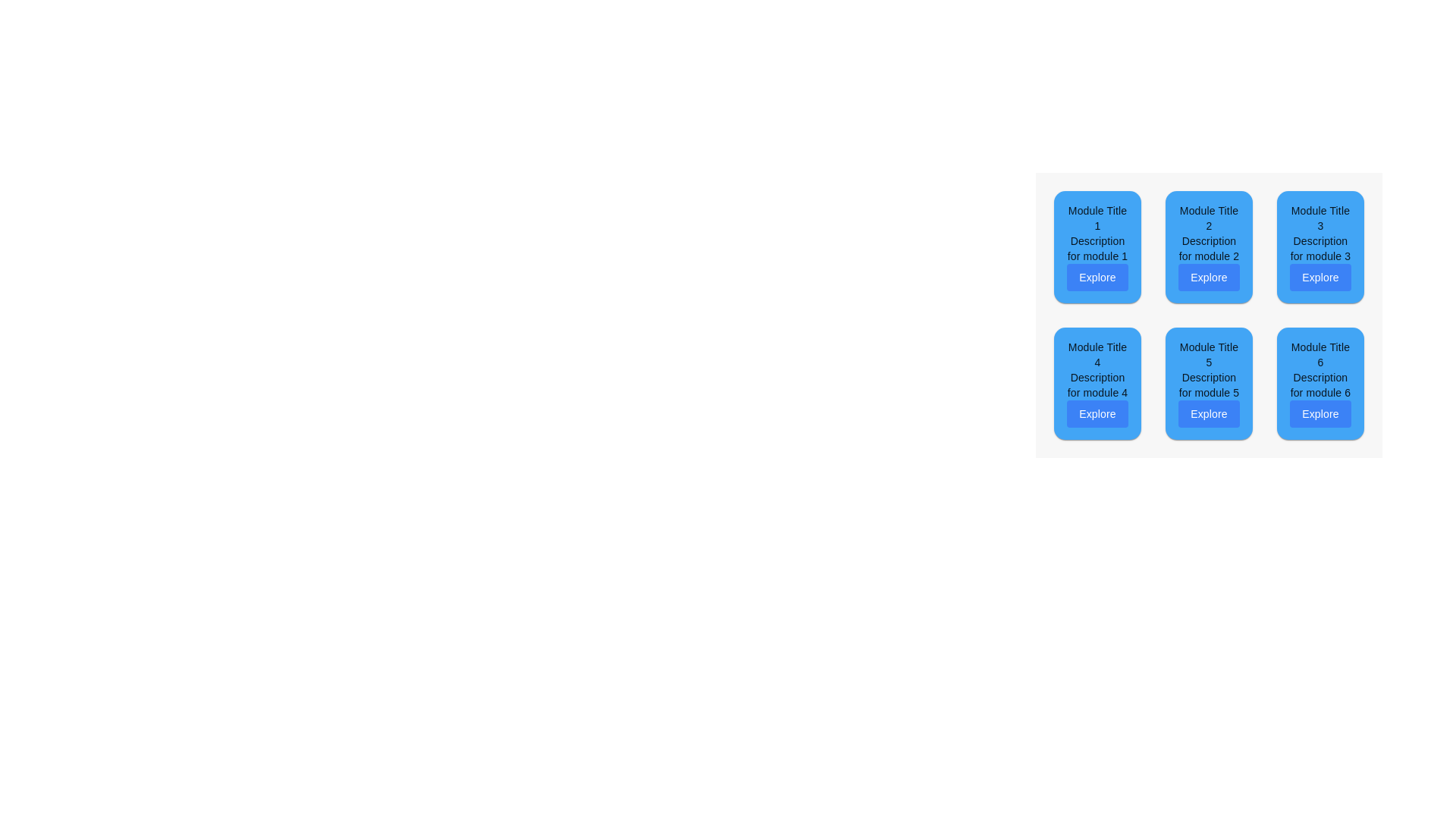  I want to click on the text providing a description of 'Module 5' located in the card titled 'Module Title 5', so click(1208, 384).